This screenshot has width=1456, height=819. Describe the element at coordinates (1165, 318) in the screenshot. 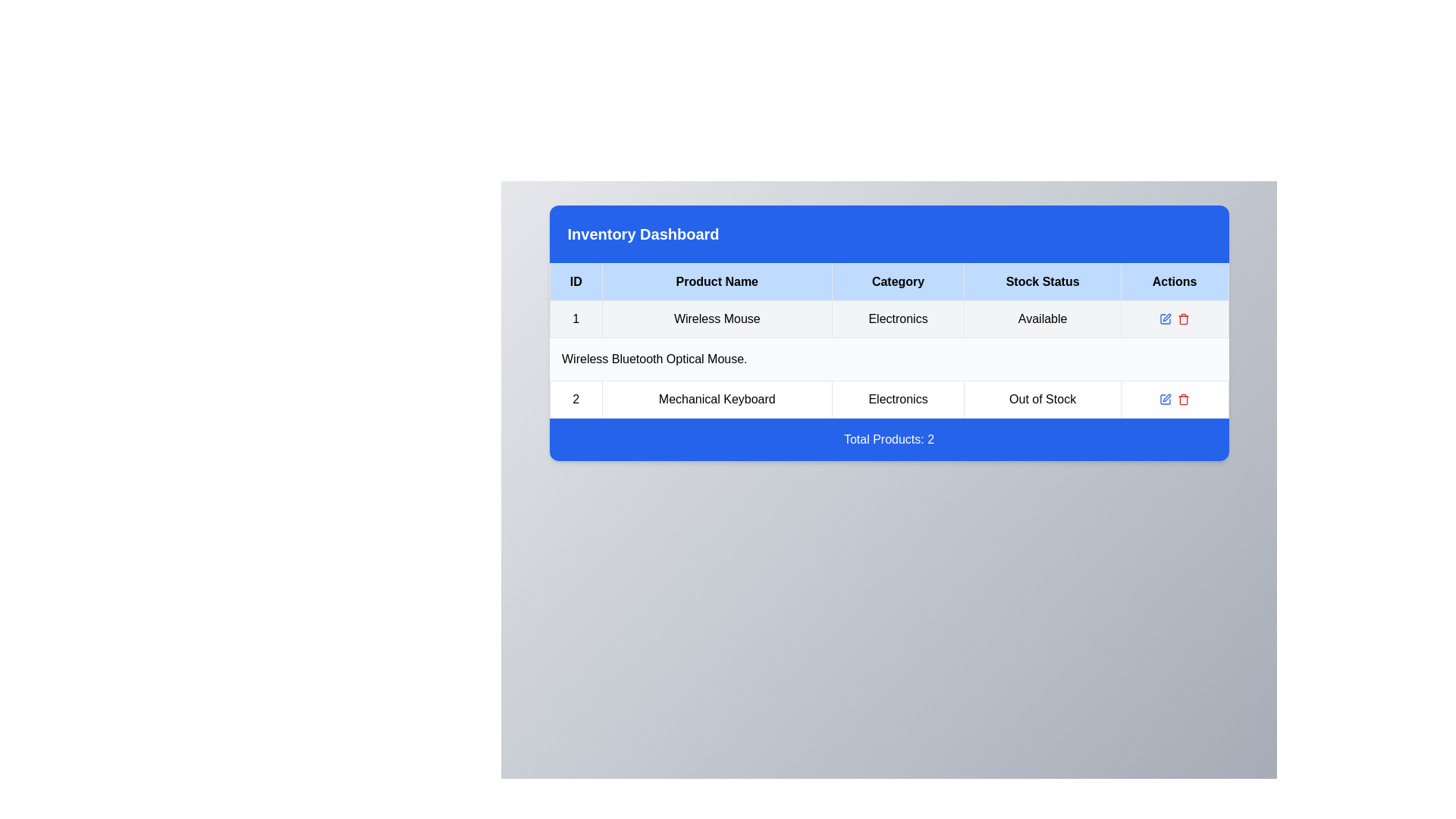

I see `the visual representation of the partial square outline element that is part of the pen-and-square icon located in the 'Actions' column for the second row of the inventory table` at that location.